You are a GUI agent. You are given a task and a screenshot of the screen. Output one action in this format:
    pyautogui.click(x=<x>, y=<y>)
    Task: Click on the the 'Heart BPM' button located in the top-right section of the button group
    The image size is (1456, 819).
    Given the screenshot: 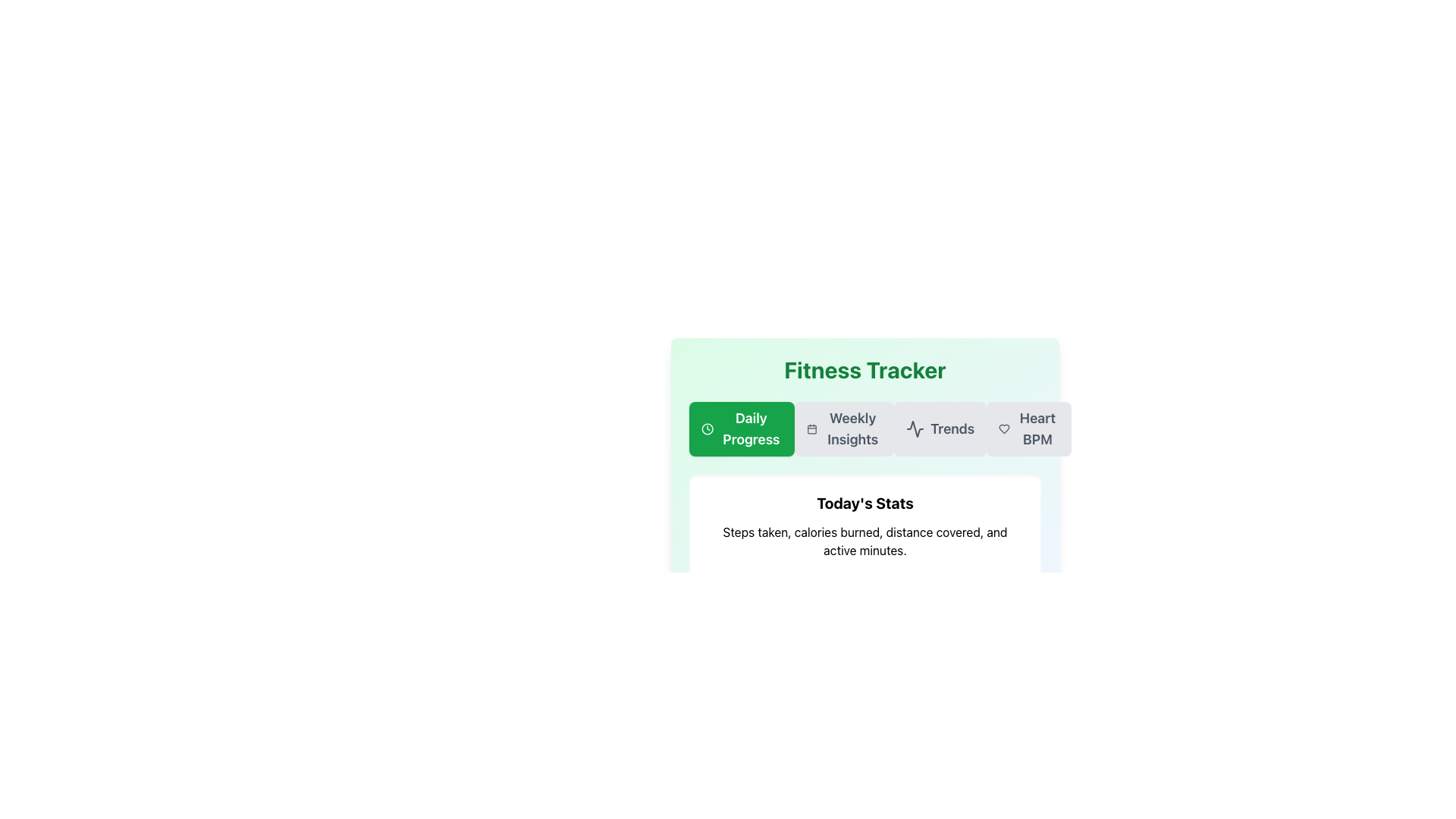 What is the action you would take?
    pyautogui.click(x=1028, y=429)
    